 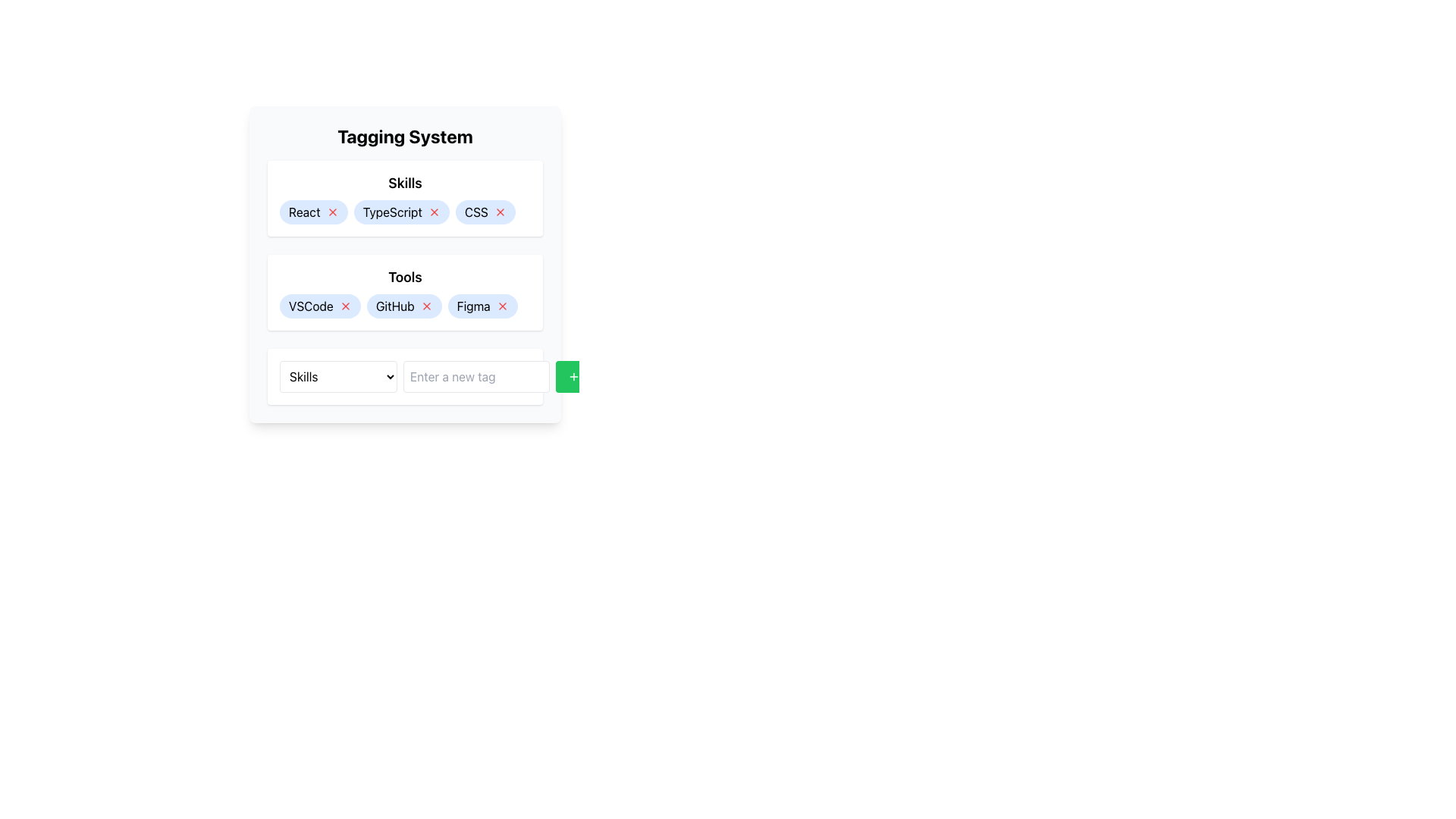 I want to click on the text label displaying 'GitHub' which is located in the Tools section of the tagging interface, adjacent to other tags like 'VSCode' and 'Figma', so click(x=395, y=306).